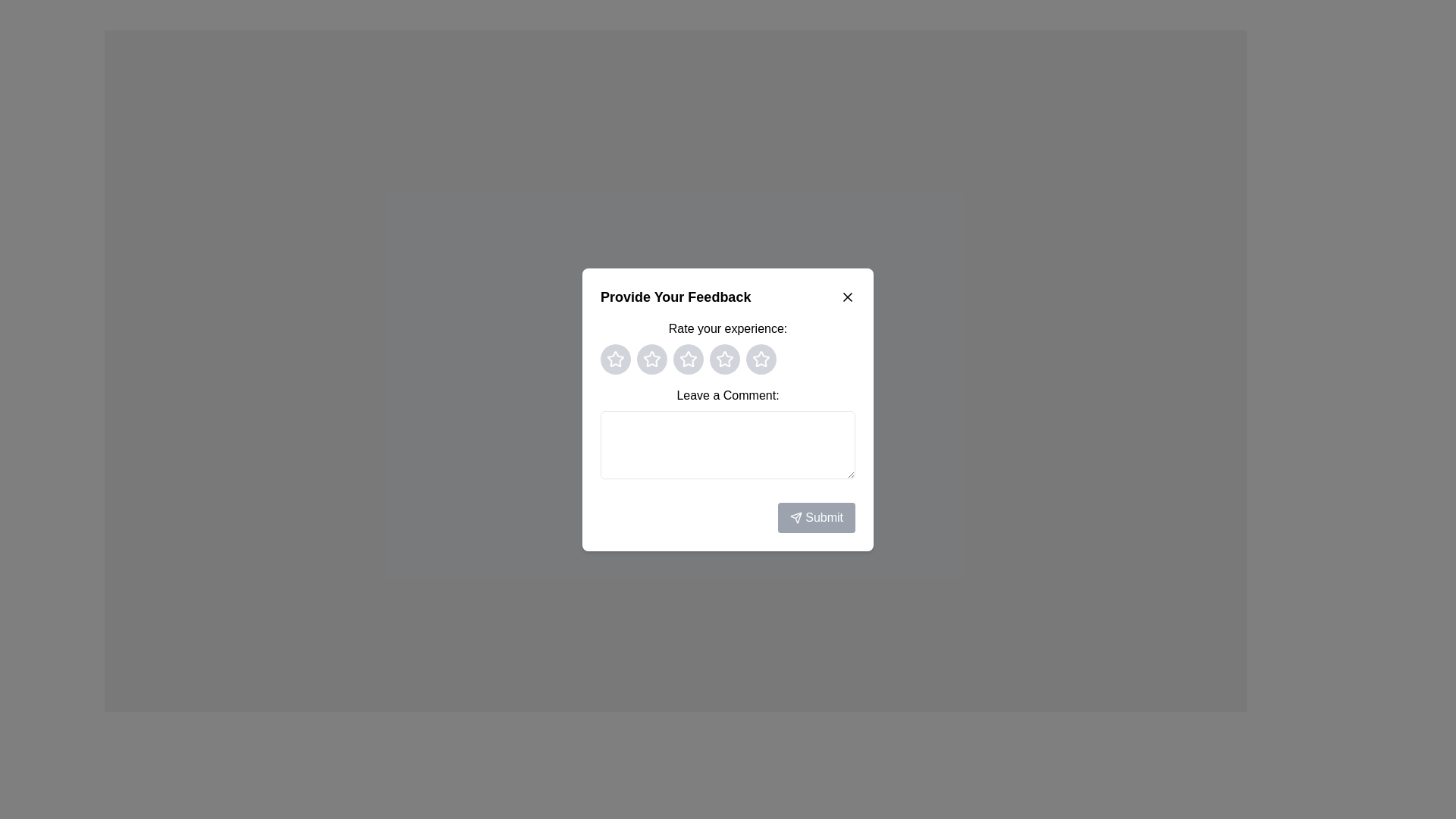 The image size is (1456, 819). Describe the element at coordinates (723, 359) in the screenshot. I see `the third star icon in the 'Rate your experience' section` at that location.